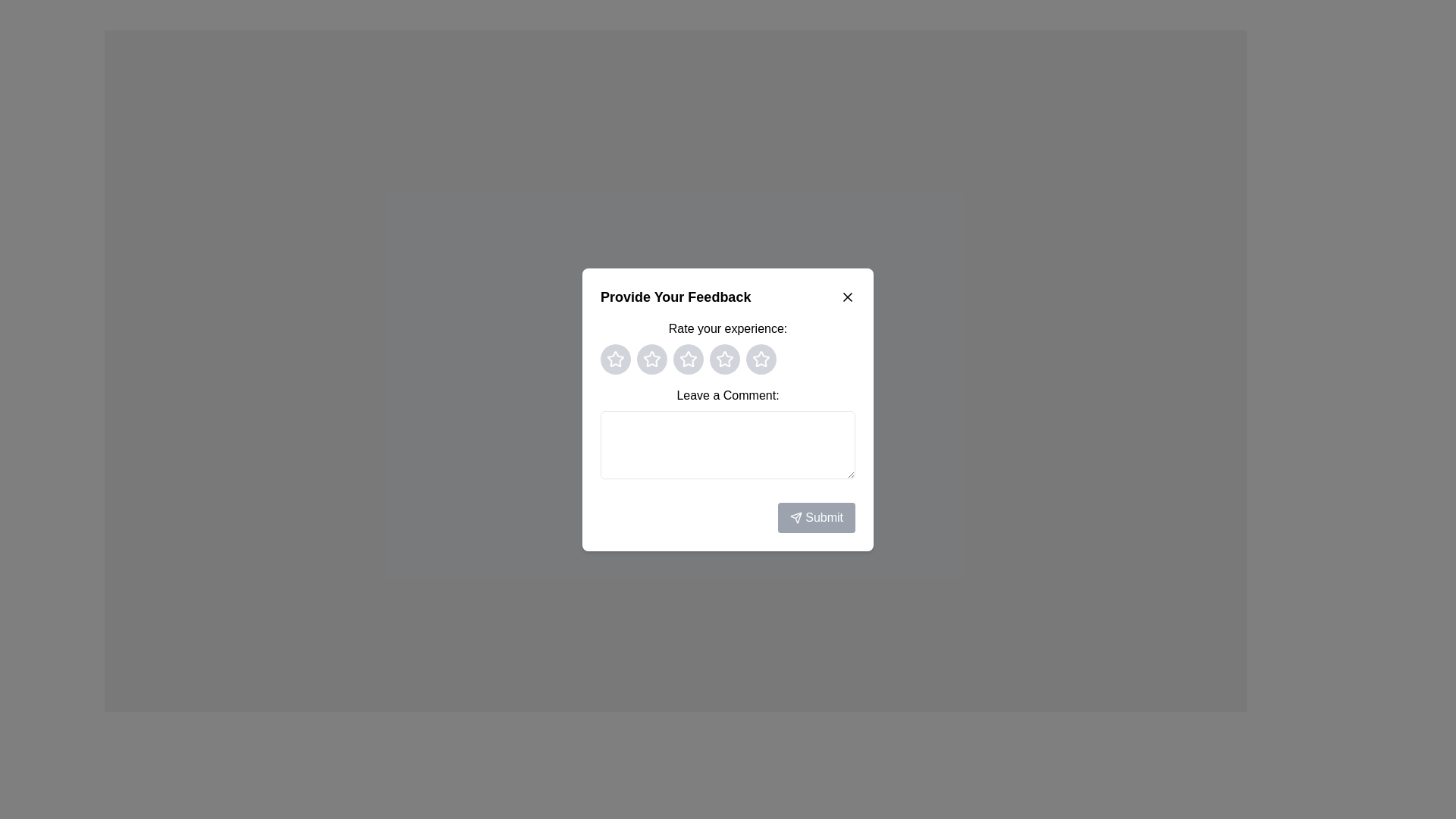 The image size is (1456, 819). Describe the element at coordinates (723, 359) in the screenshot. I see `the third star icon in the 'Rate your experience' section` at that location.